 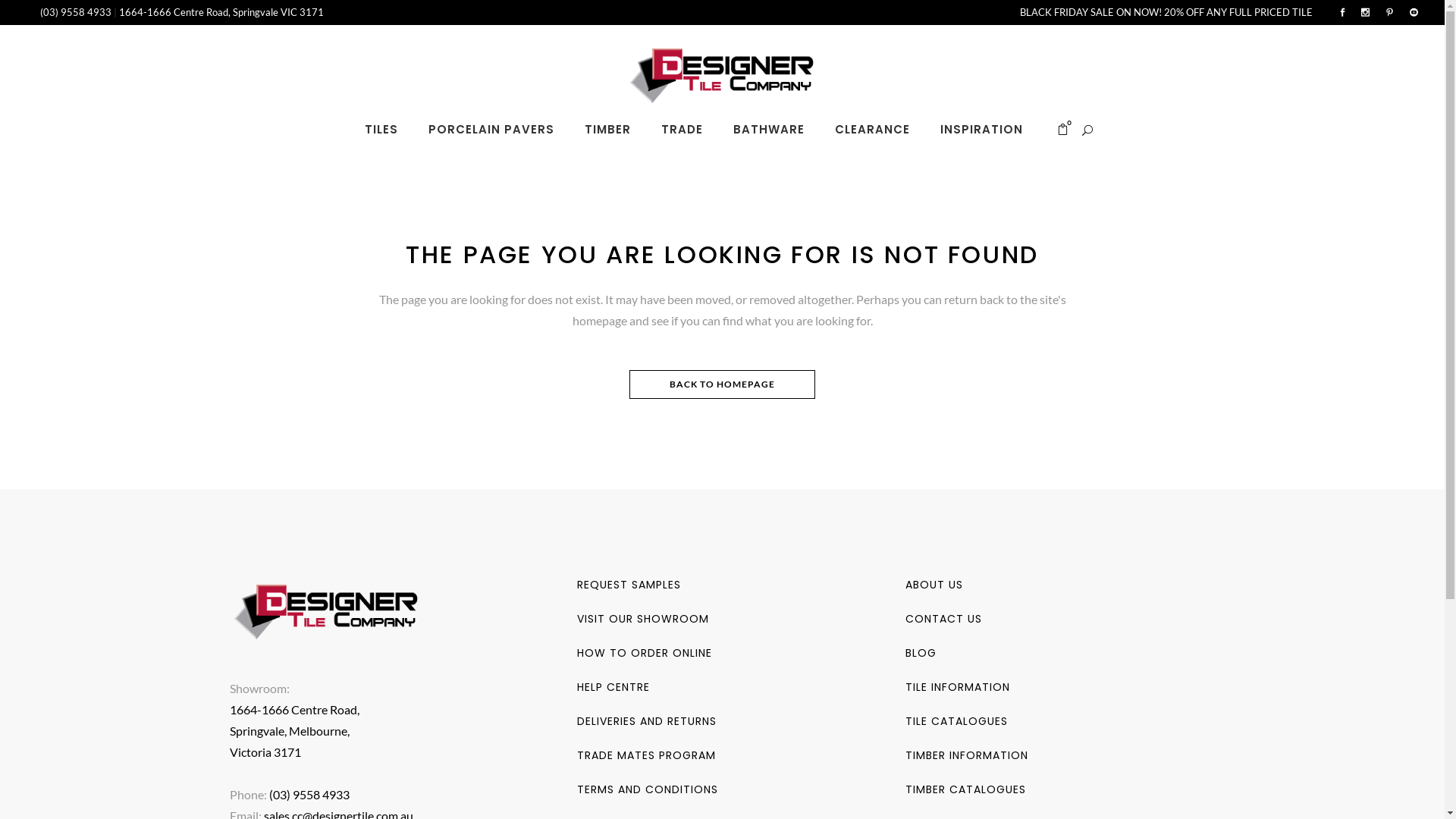 What do you see at coordinates (721, 383) in the screenshot?
I see `'BACK TO HOMEPAGE'` at bounding box center [721, 383].